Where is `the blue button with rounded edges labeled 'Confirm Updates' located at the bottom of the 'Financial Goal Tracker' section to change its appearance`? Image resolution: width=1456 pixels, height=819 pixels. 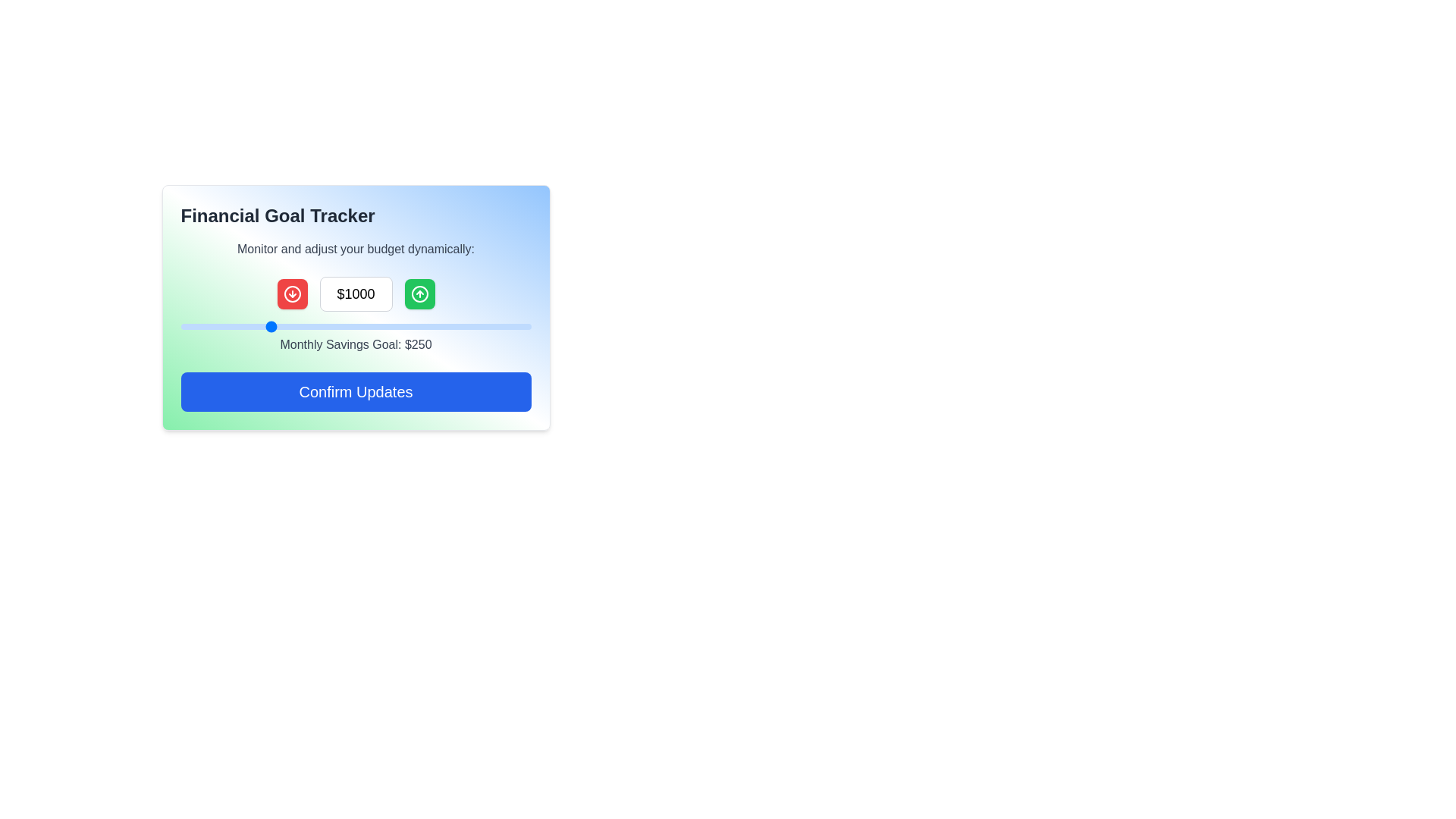
the blue button with rounded edges labeled 'Confirm Updates' located at the bottom of the 'Financial Goal Tracker' section to change its appearance is located at coordinates (355, 391).